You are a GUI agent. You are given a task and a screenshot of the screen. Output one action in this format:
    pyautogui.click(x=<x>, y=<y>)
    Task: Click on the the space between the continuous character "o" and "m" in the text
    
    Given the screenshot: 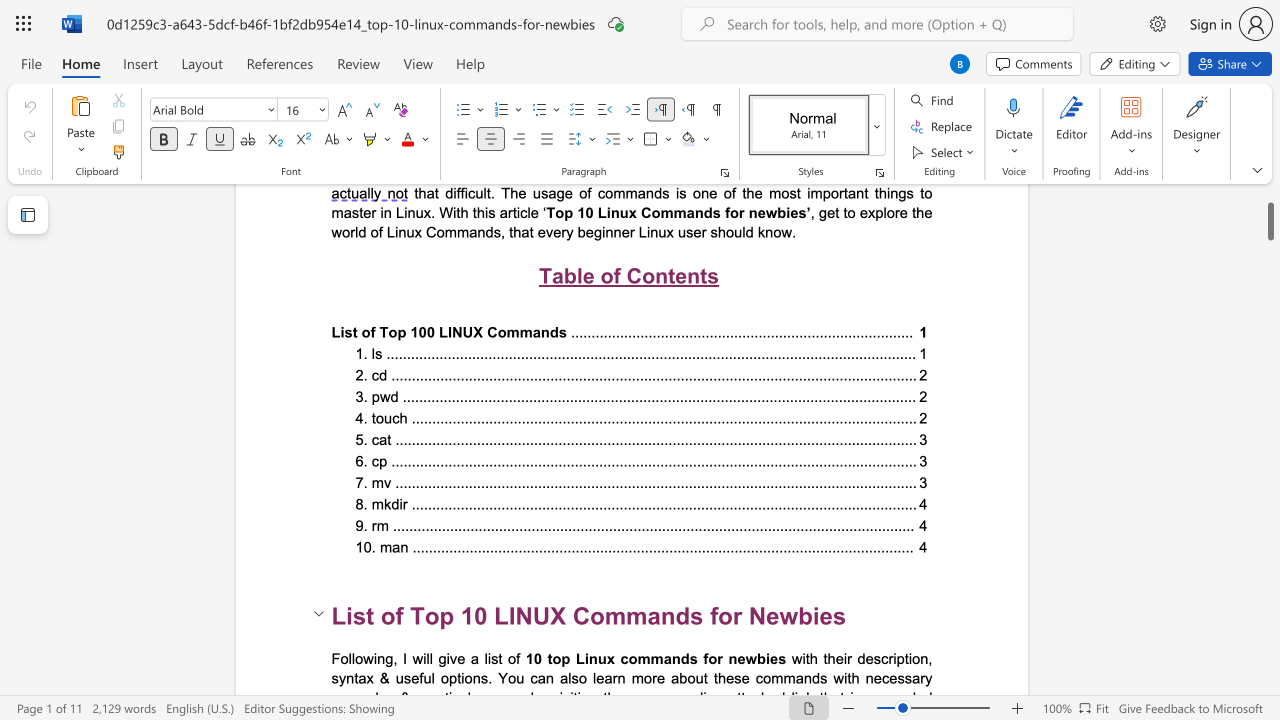 What is the action you would take?
    pyautogui.click(x=605, y=615)
    